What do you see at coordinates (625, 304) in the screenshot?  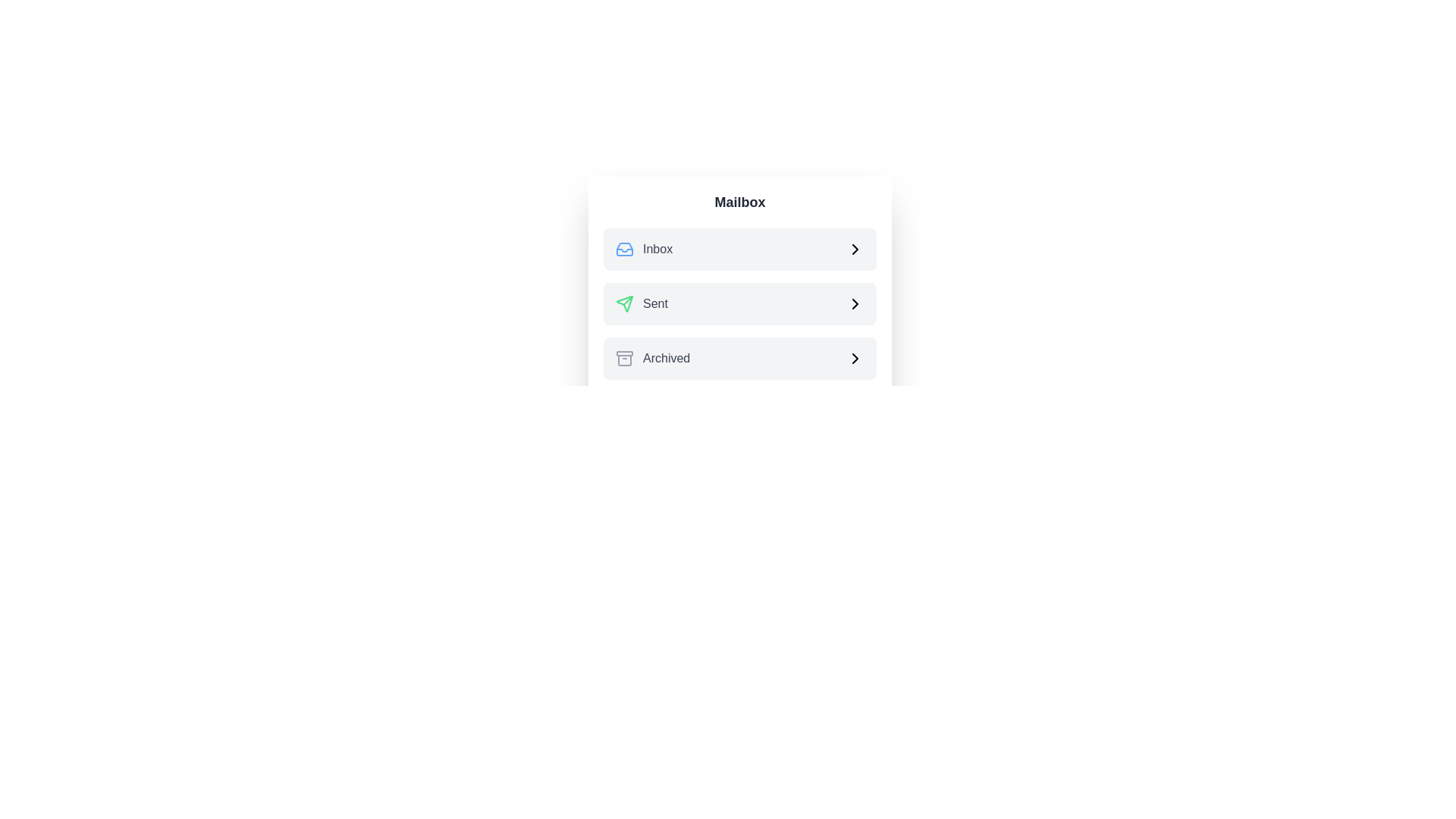 I see `the green and white paper plane icon` at bounding box center [625, 304].